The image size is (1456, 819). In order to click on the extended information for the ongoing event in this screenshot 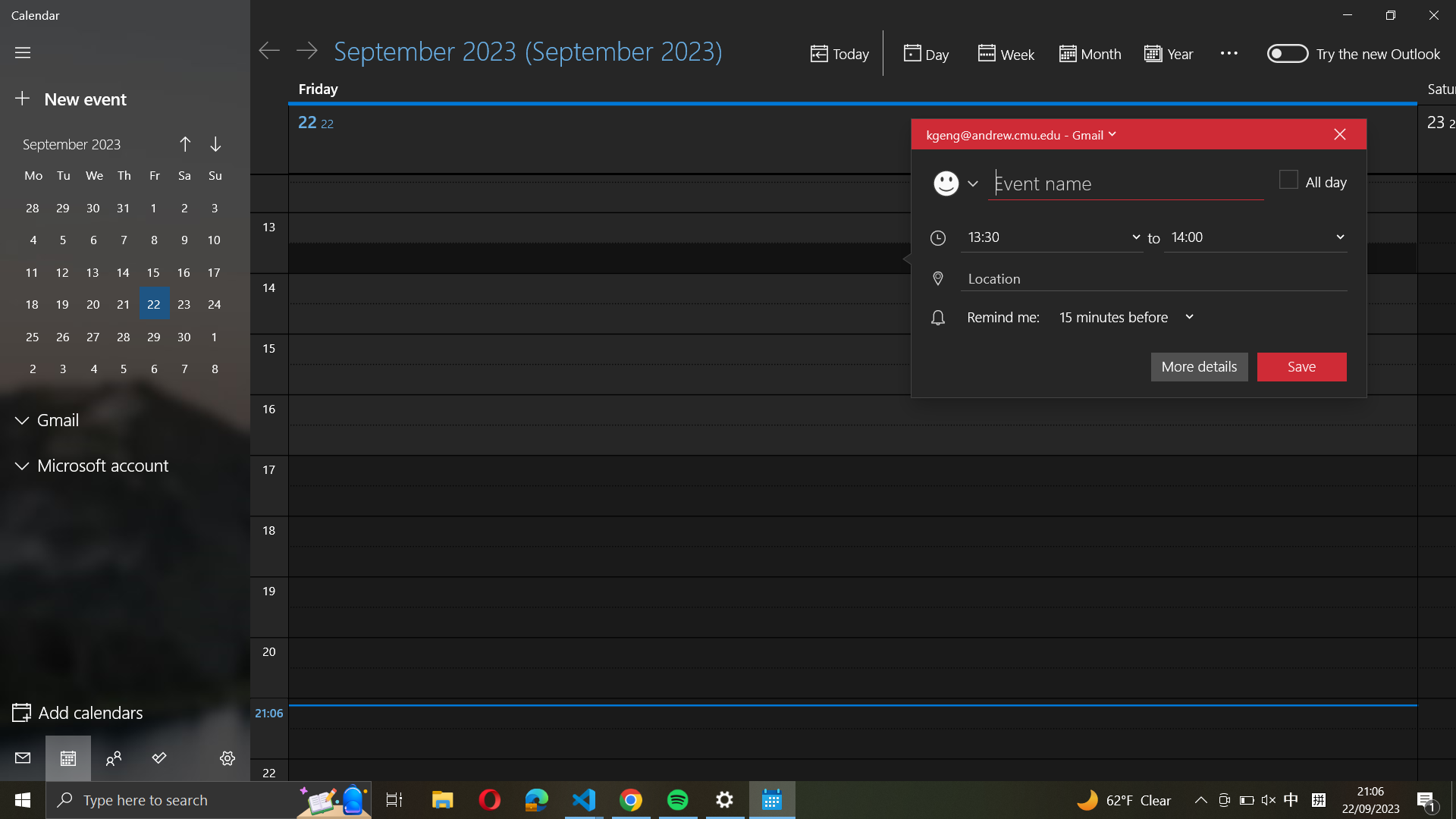, I will do `click(1198, 365)`.